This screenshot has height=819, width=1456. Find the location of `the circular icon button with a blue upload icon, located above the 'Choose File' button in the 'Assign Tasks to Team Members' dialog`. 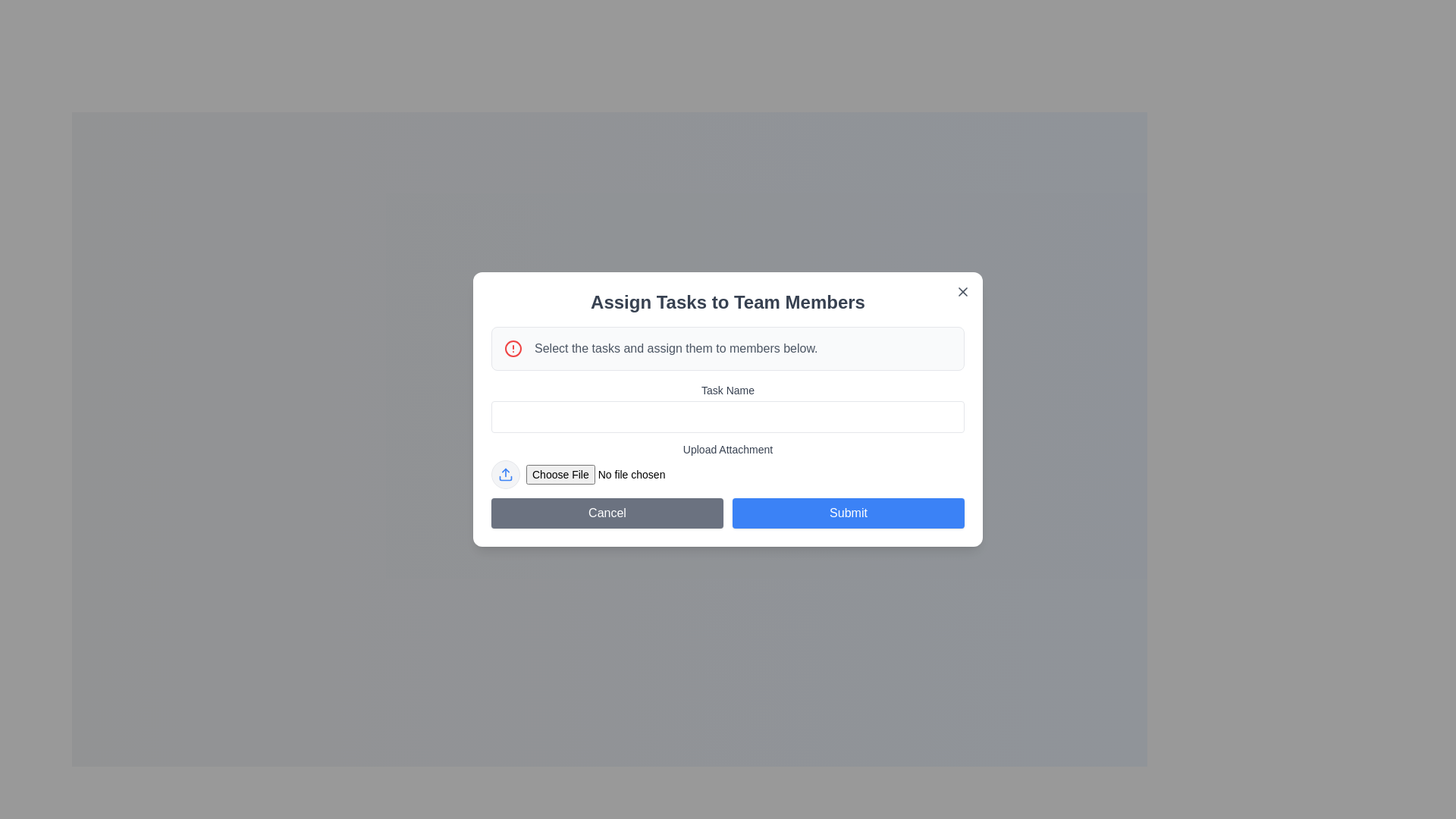

the circular icon button with a blue upload icon, located above the 'Choose File' button in the 'Assign Tasks to Team Members' dialog is located at coordinates (506, 473).